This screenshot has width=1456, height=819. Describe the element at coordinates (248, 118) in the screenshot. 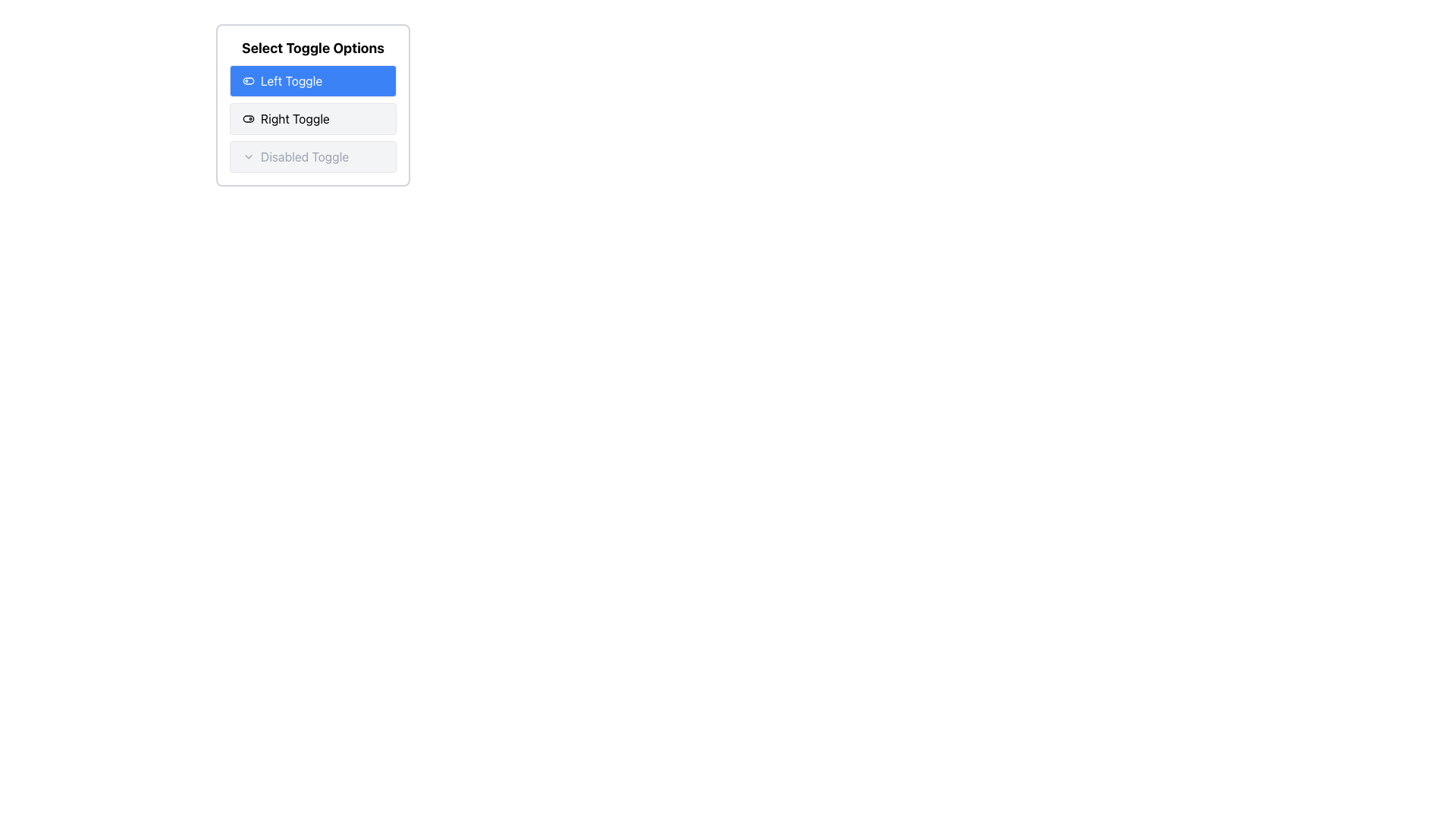

I see `the toggle switch icon located on the right side of the 'Right Toggle' button` at that location.